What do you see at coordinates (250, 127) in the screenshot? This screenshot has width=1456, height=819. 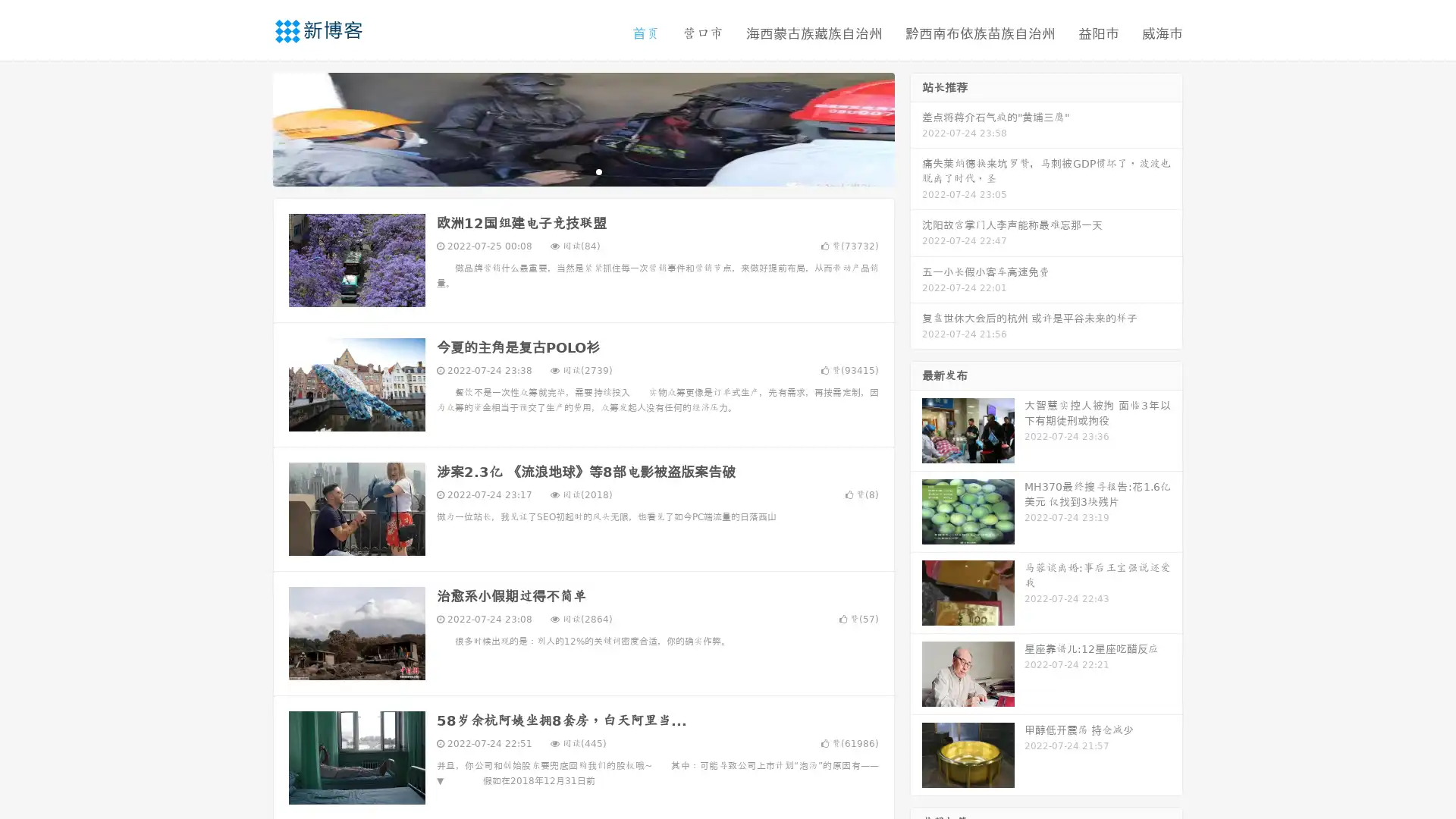 I see `Previous slide` at bounding box center [250, 127].